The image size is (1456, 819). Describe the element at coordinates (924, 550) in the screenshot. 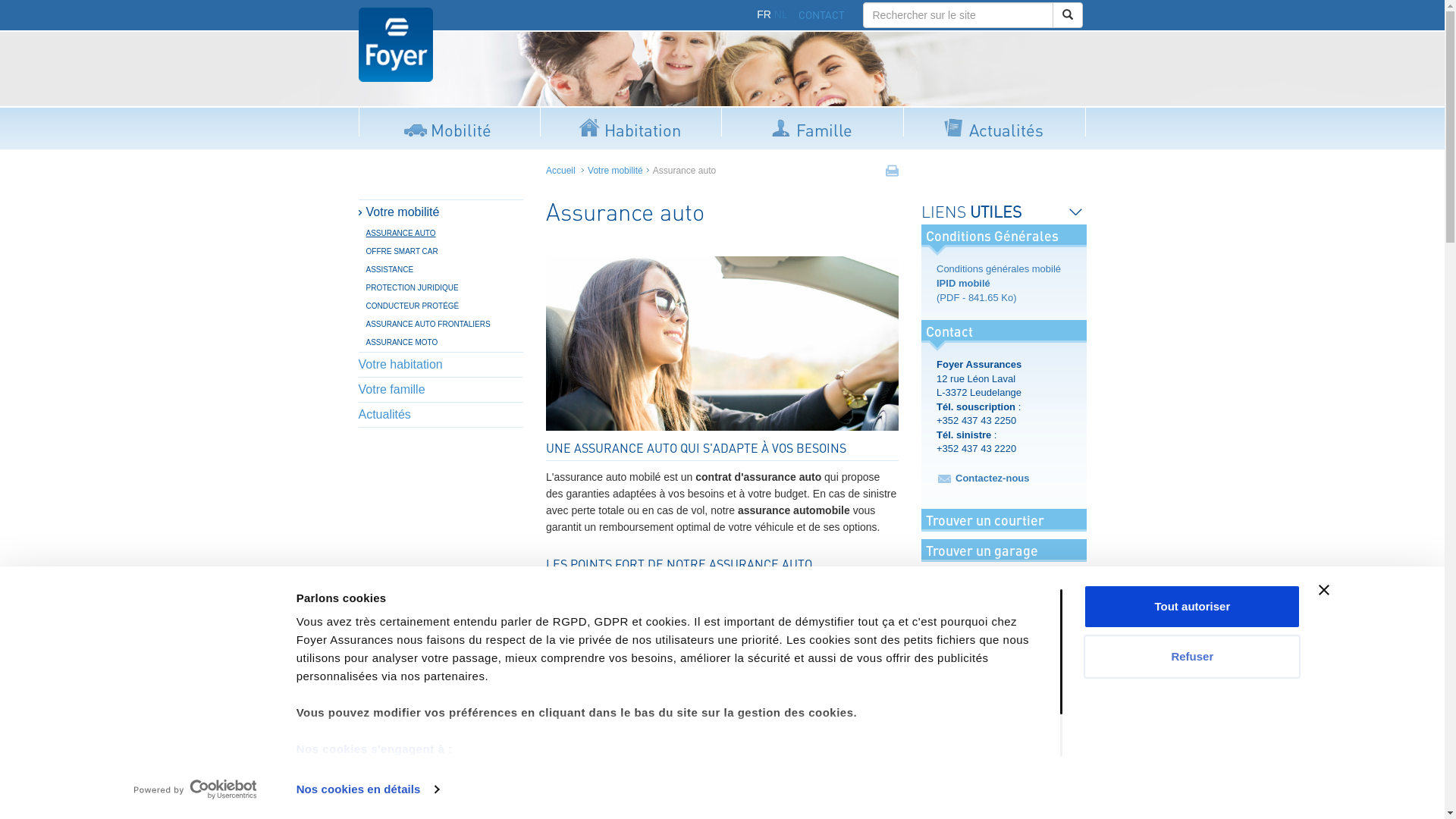

I see `'Trouver un garage'` at that location.